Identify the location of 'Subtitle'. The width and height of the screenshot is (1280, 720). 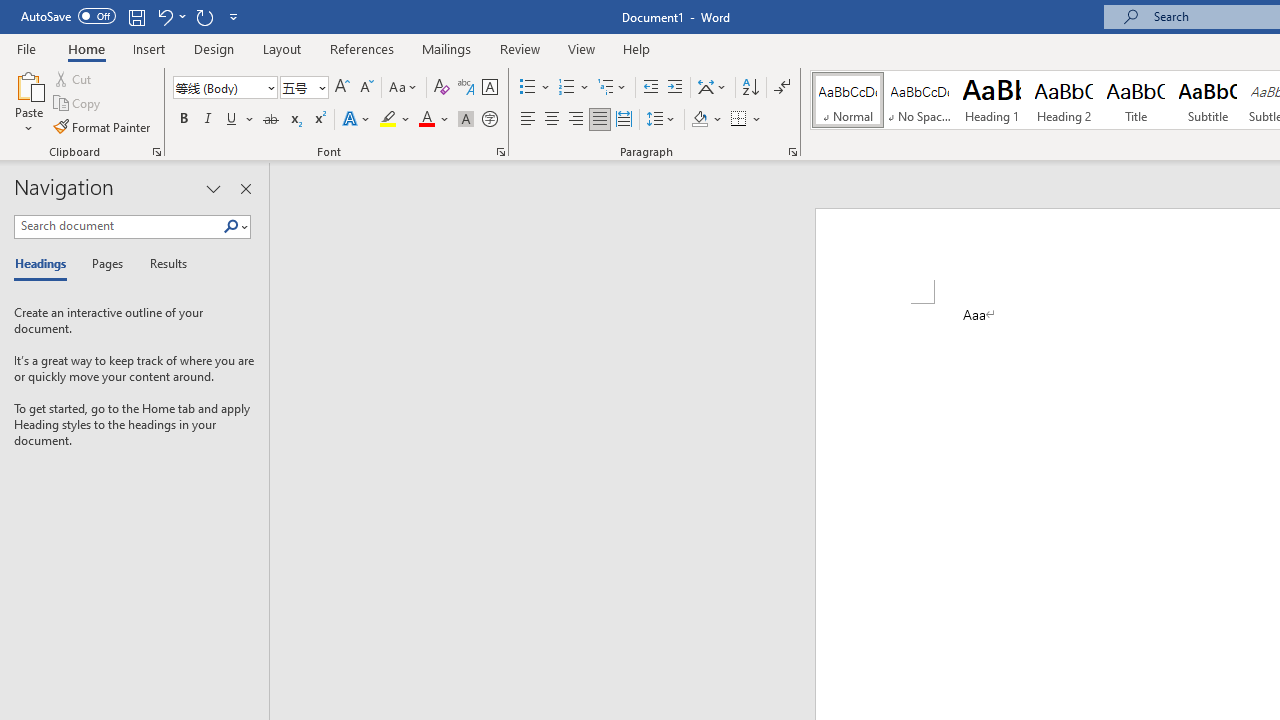
(1207, 100).